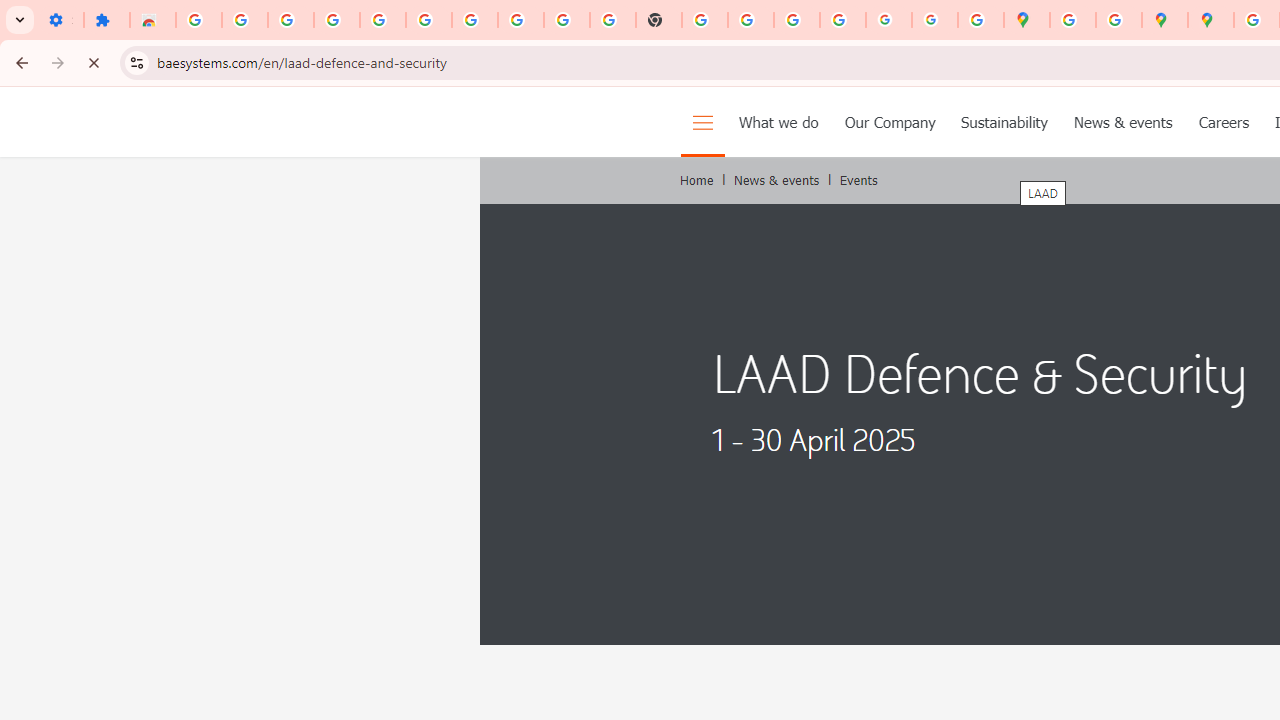 This screenshot has width=1280, height=720. Describe the element at coordinates (1026, 20) in the screenshot. I see `'Google Maps'` at that location.